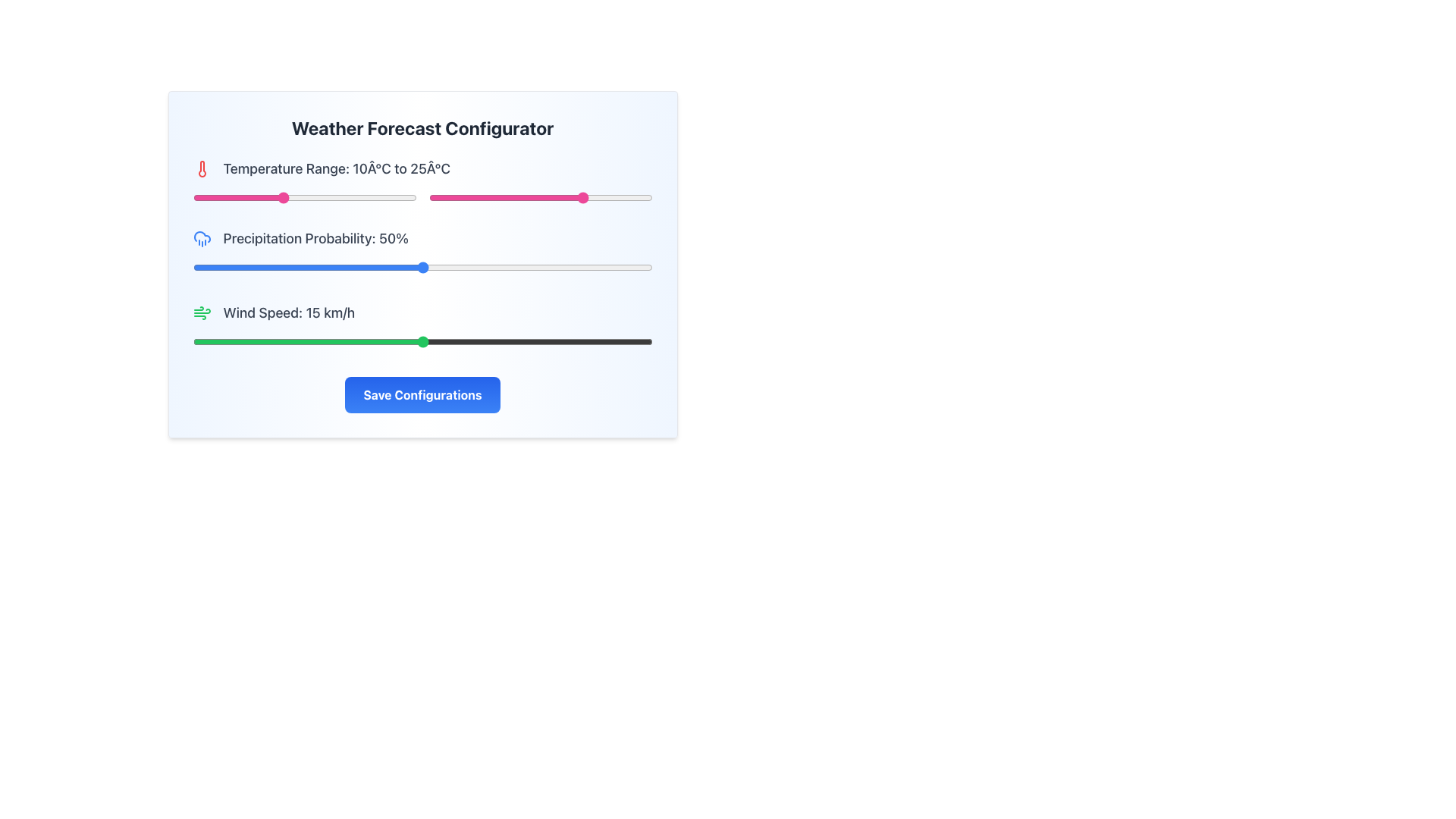 This screenshot has width=1456, height=819. What do you see at coordinates (201, 237) in the screenshot?
I see `the main cloud shape component of the cloud and rain icon, which visually represents weather-related information` at bounding box center [201, 237].